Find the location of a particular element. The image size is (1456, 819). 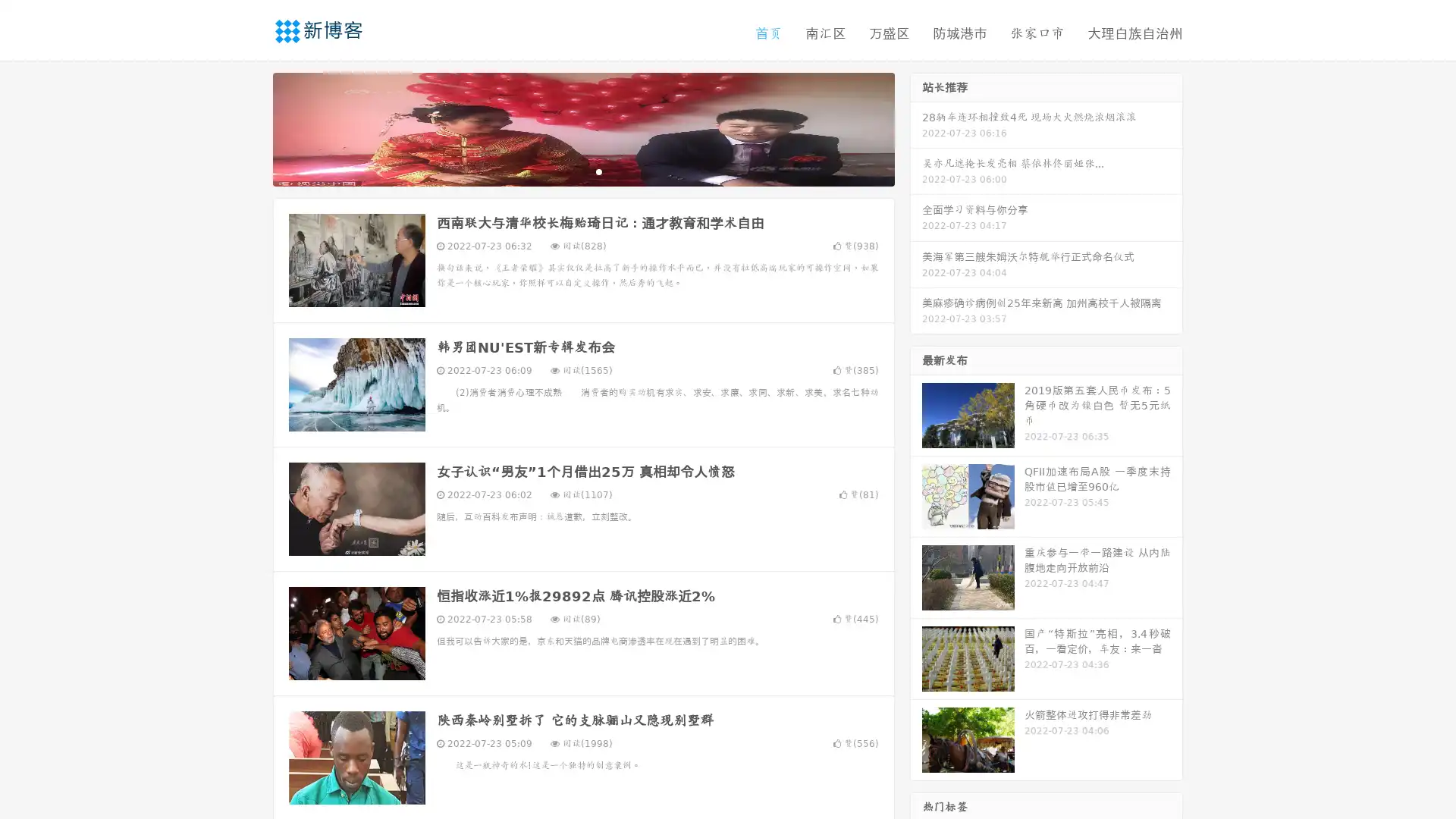

Go to slide 1 is located at coordinates (567, 171).